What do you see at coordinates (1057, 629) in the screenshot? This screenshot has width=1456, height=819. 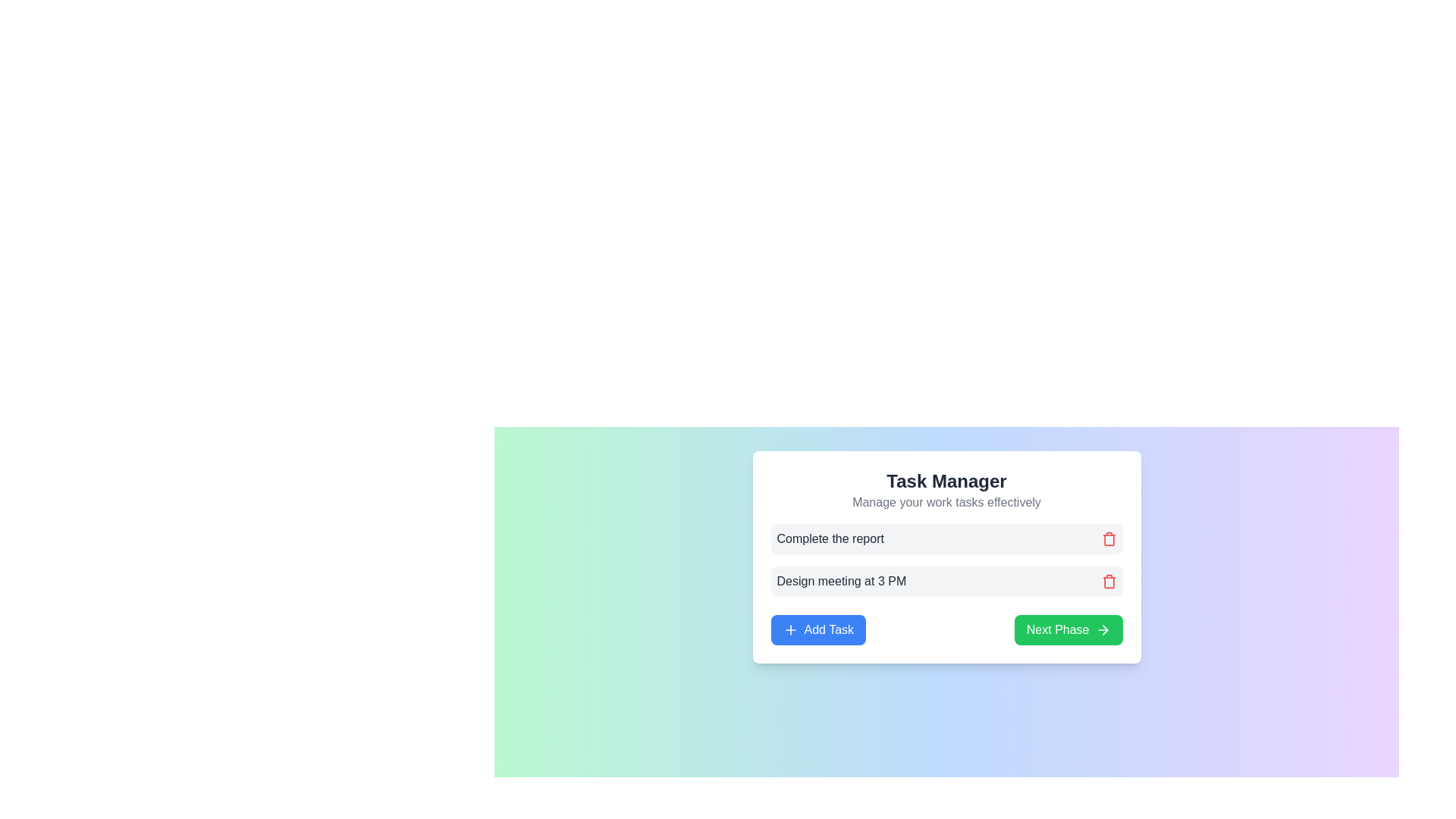 I see `displayed text of the Text label indicating the action of moving to the next phase, which is centrally located within the green button labeled 'Next Phase'` at bounding box center [1057, 629].